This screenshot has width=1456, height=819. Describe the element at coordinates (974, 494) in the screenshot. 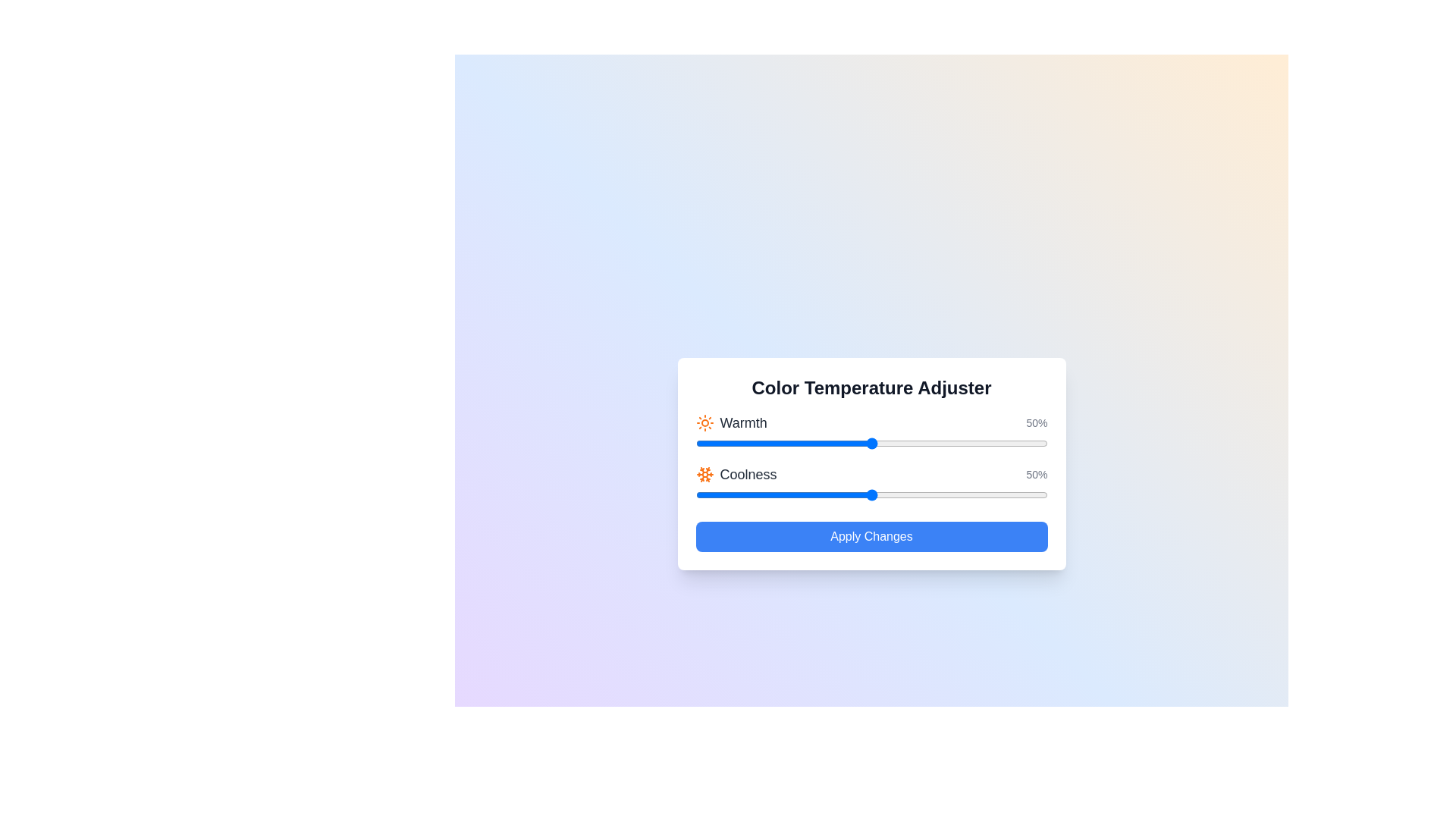

I see `the 'Coolness' slider to 79%` at that location.